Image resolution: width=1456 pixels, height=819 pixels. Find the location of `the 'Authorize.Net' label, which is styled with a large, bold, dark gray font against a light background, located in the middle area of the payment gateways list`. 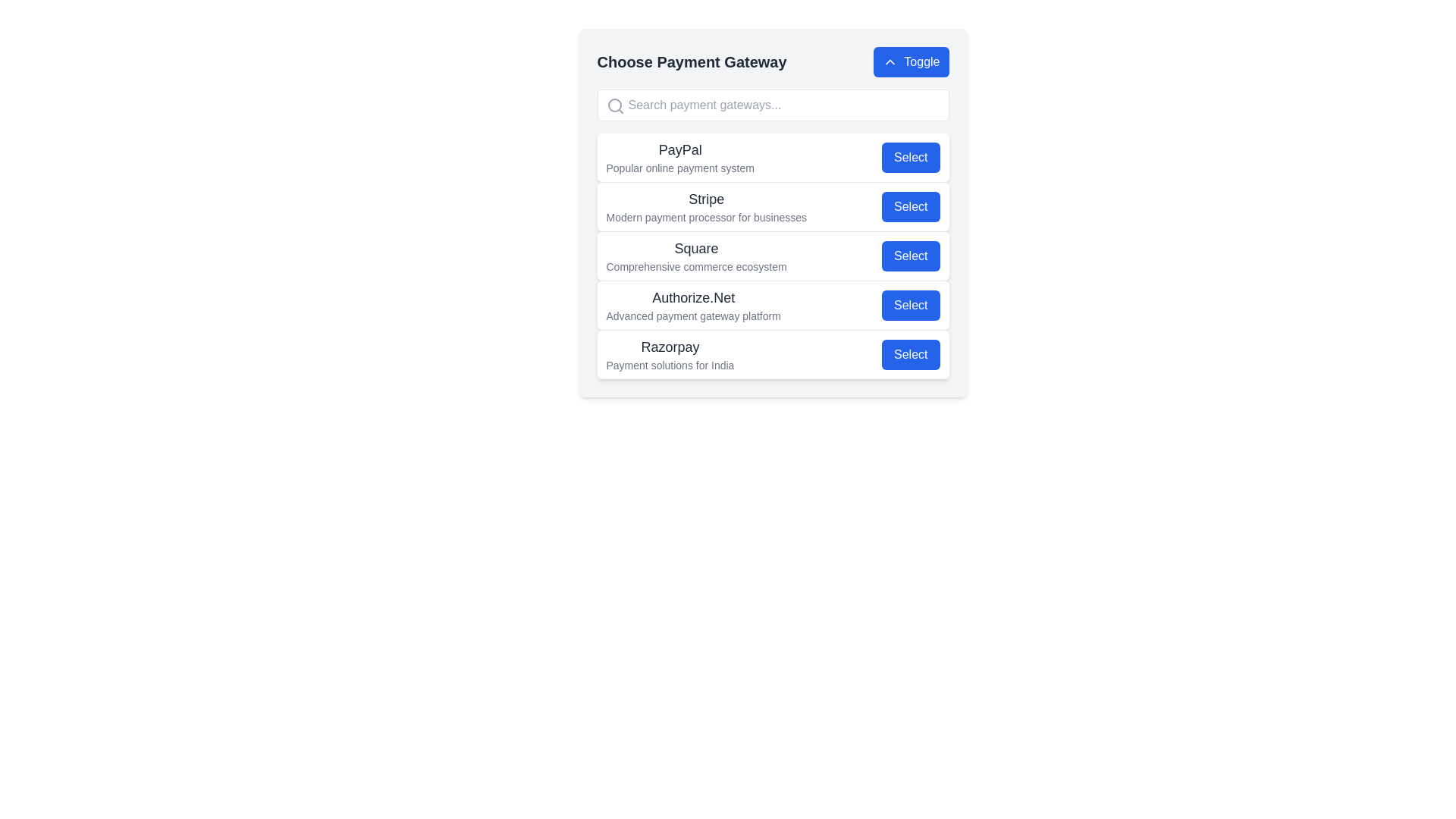

the 'Authorize.Net' label, which is styled with a large, bold, dark gray font against a light background, located in the middle area of the payment gateways list is located at coordinates (692, 298).